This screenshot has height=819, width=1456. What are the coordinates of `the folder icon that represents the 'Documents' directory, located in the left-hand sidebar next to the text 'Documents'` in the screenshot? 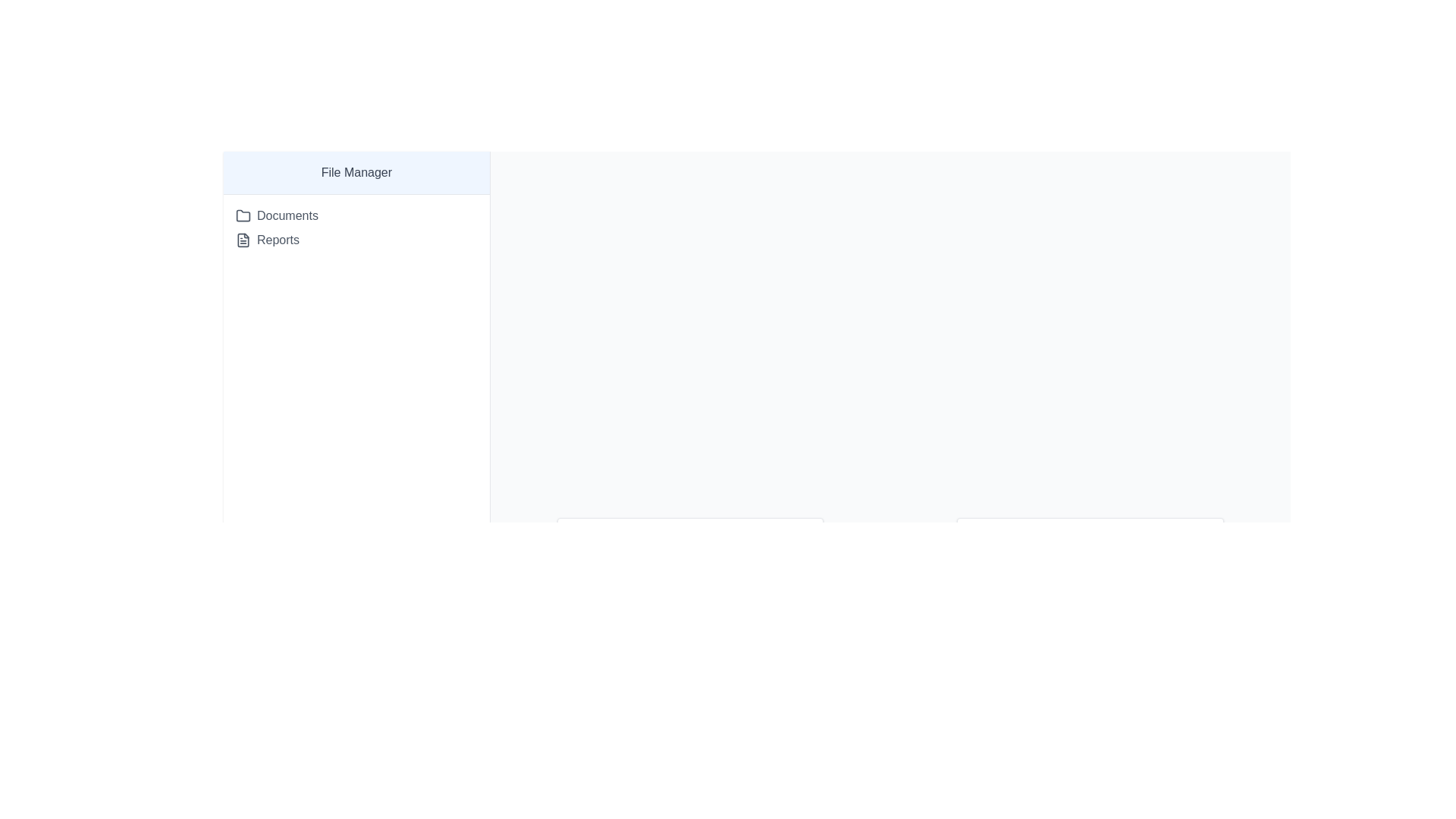 It's located at (243, 215).